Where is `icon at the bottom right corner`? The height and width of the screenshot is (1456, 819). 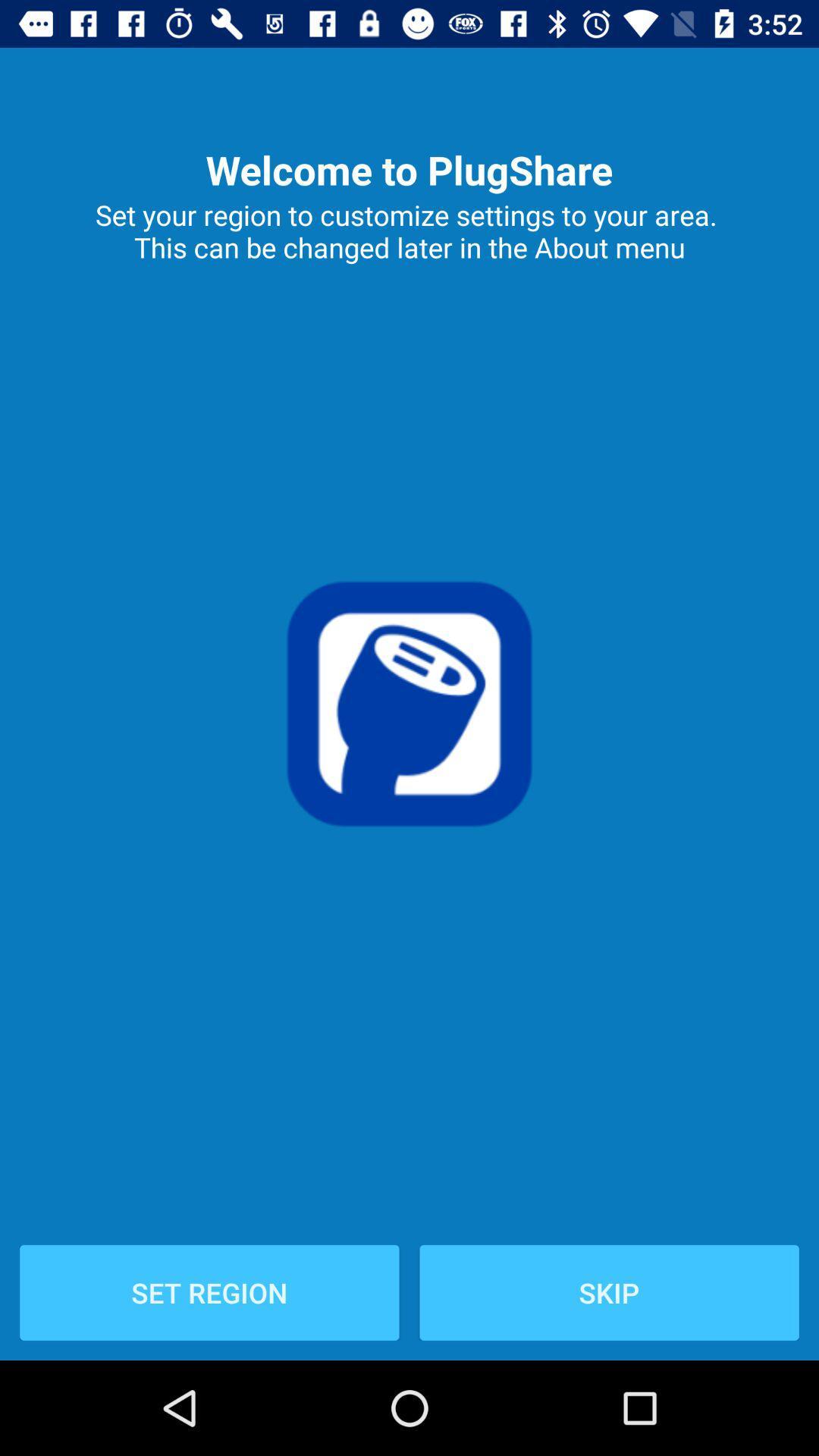 icon at the bottom right corner is located at coordinates (608, 1291).